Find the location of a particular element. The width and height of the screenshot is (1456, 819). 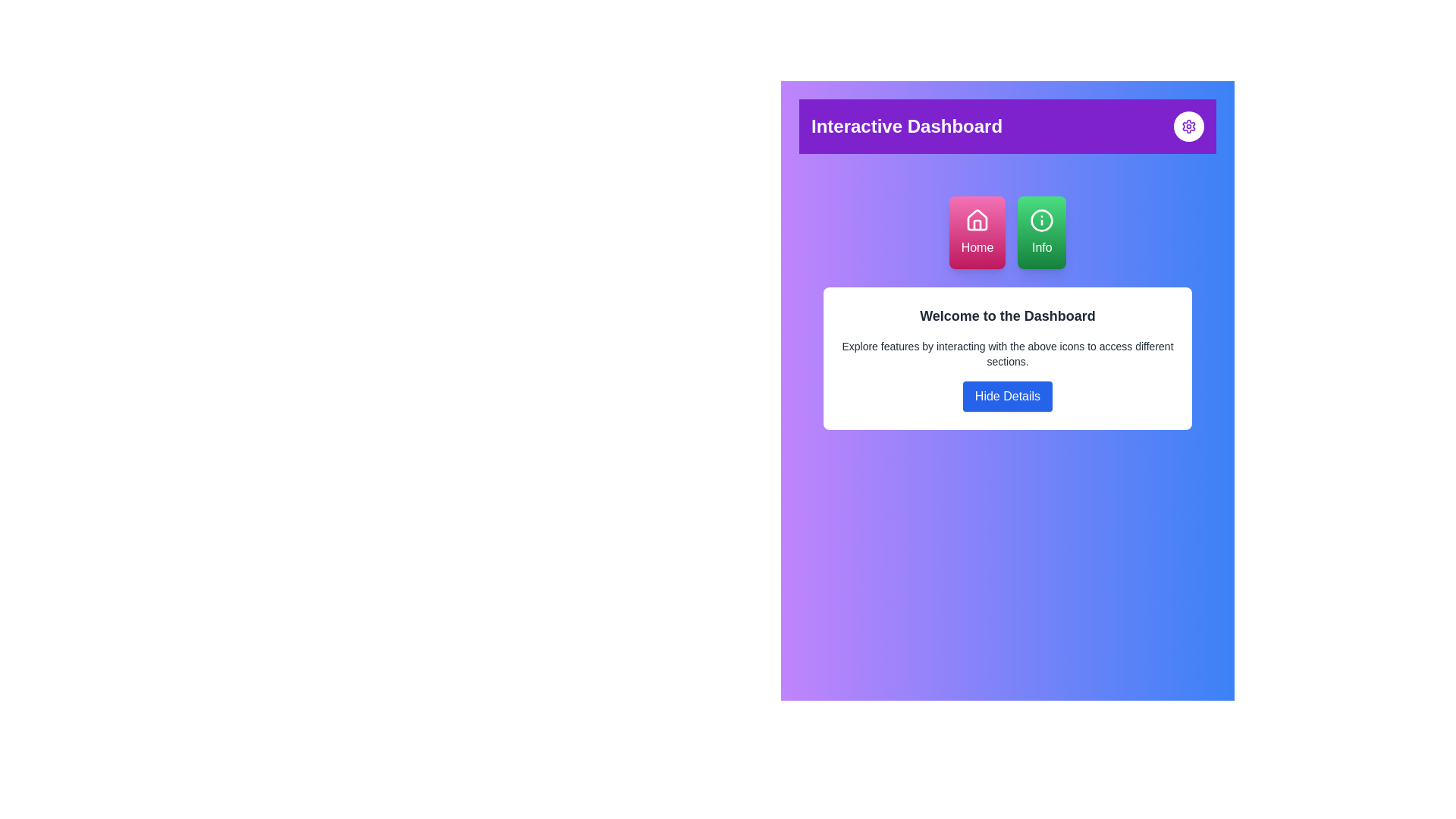

the house graphical icon that represents the 'Home' functionality located beneath the 'Interactive Dashboard' title is located at coordinates (977, 219).